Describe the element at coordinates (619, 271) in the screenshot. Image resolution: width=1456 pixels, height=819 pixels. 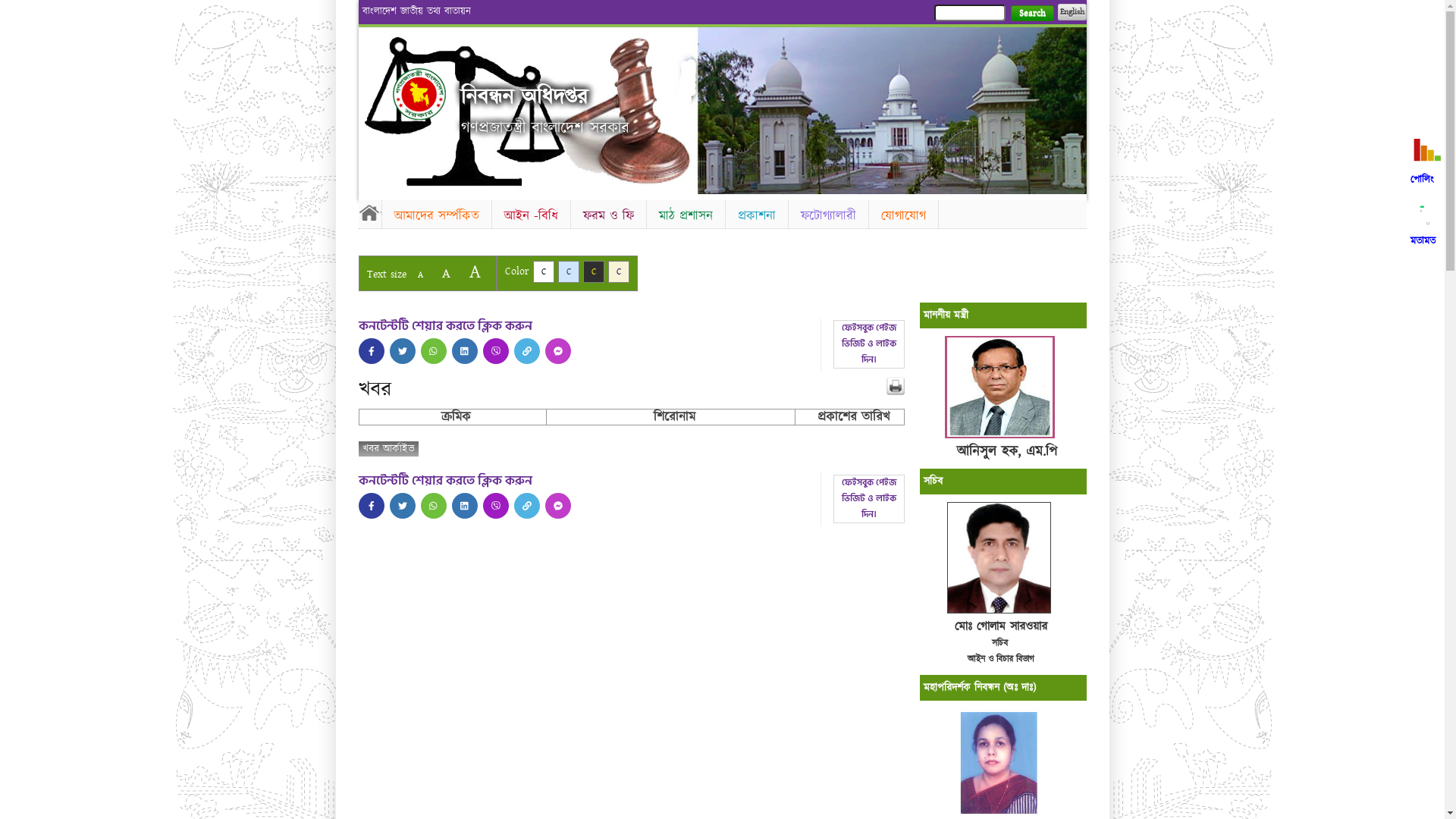
I see `'C'` at that location.